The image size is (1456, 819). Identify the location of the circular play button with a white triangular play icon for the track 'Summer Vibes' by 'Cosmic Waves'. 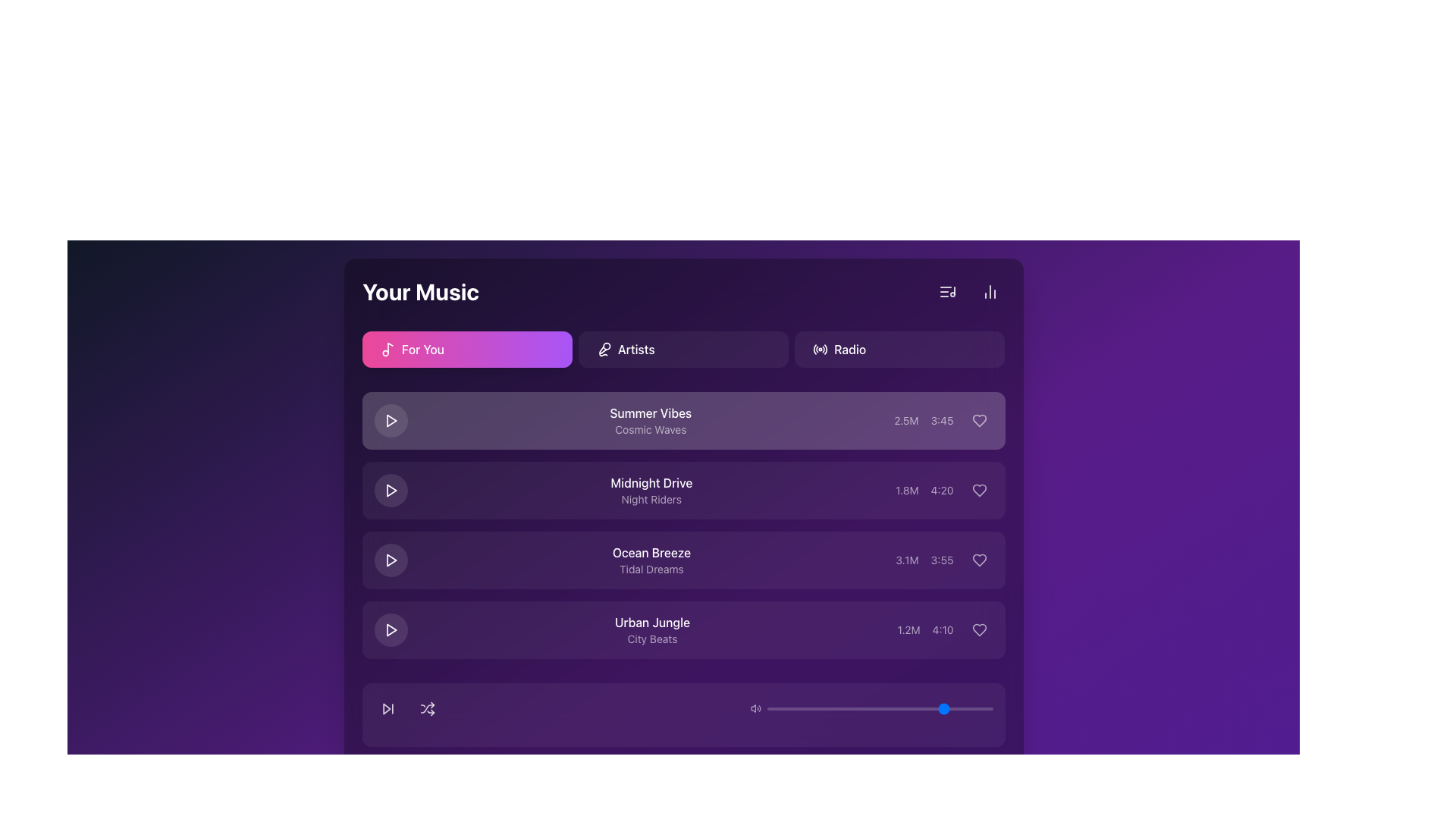
(391, 421).